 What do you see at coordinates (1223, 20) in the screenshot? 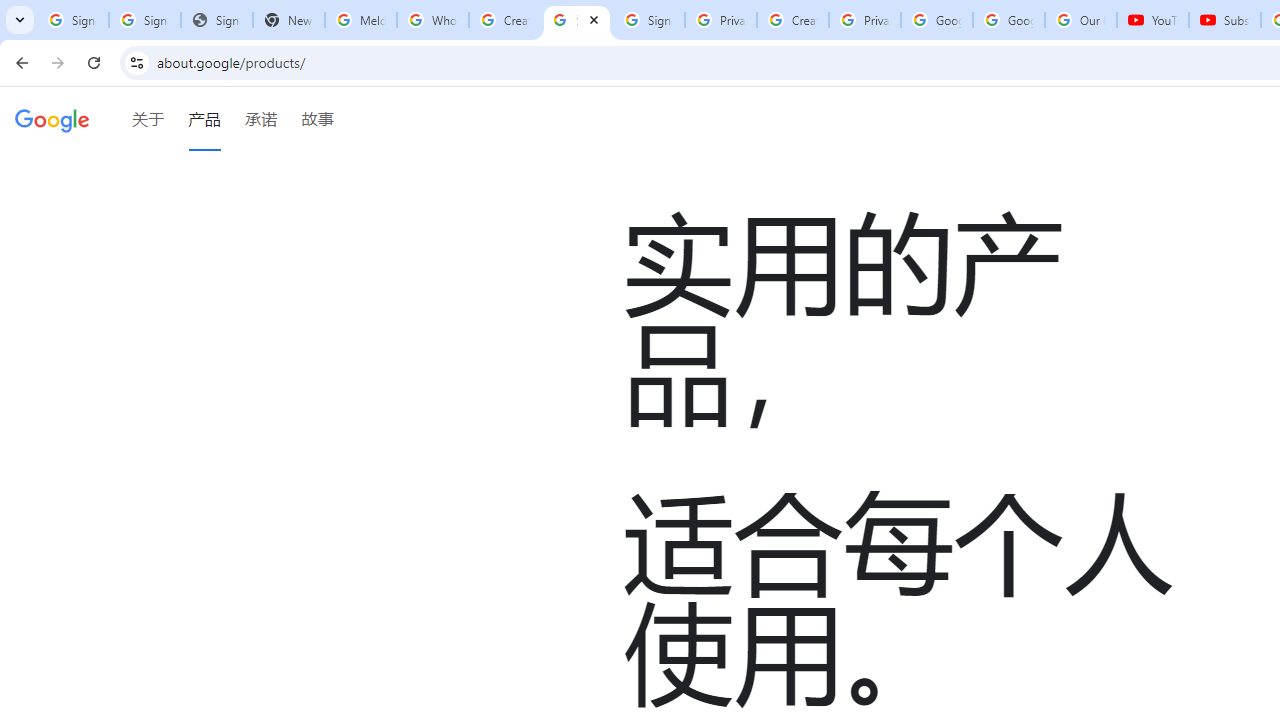
I see `'Subscriptions - YouTube'` at bounding box center [1223, 20].